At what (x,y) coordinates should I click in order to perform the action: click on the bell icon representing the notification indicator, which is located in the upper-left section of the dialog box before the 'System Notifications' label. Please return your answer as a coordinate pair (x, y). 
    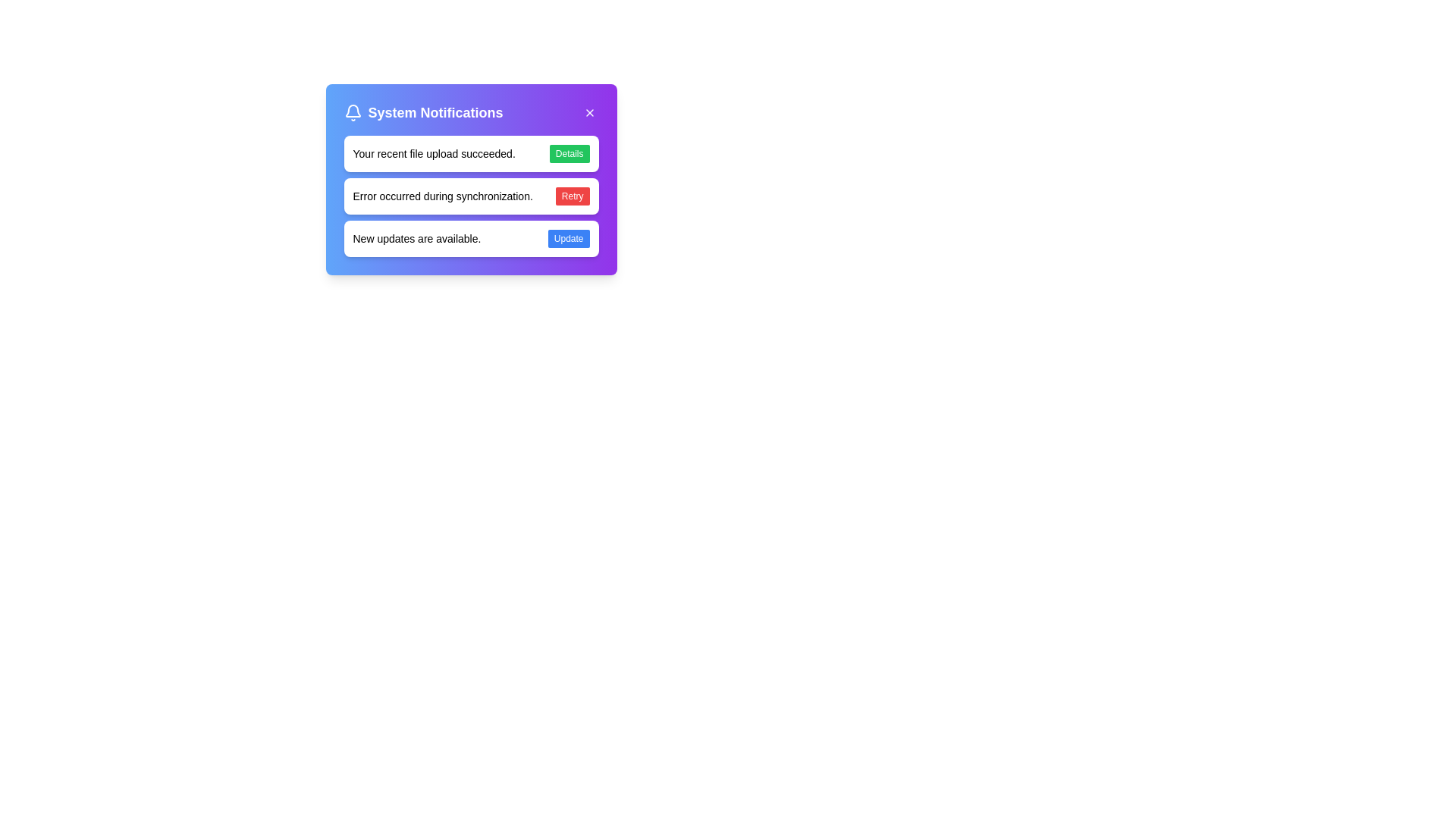
    Looking at the image, I should click on (352, 112).